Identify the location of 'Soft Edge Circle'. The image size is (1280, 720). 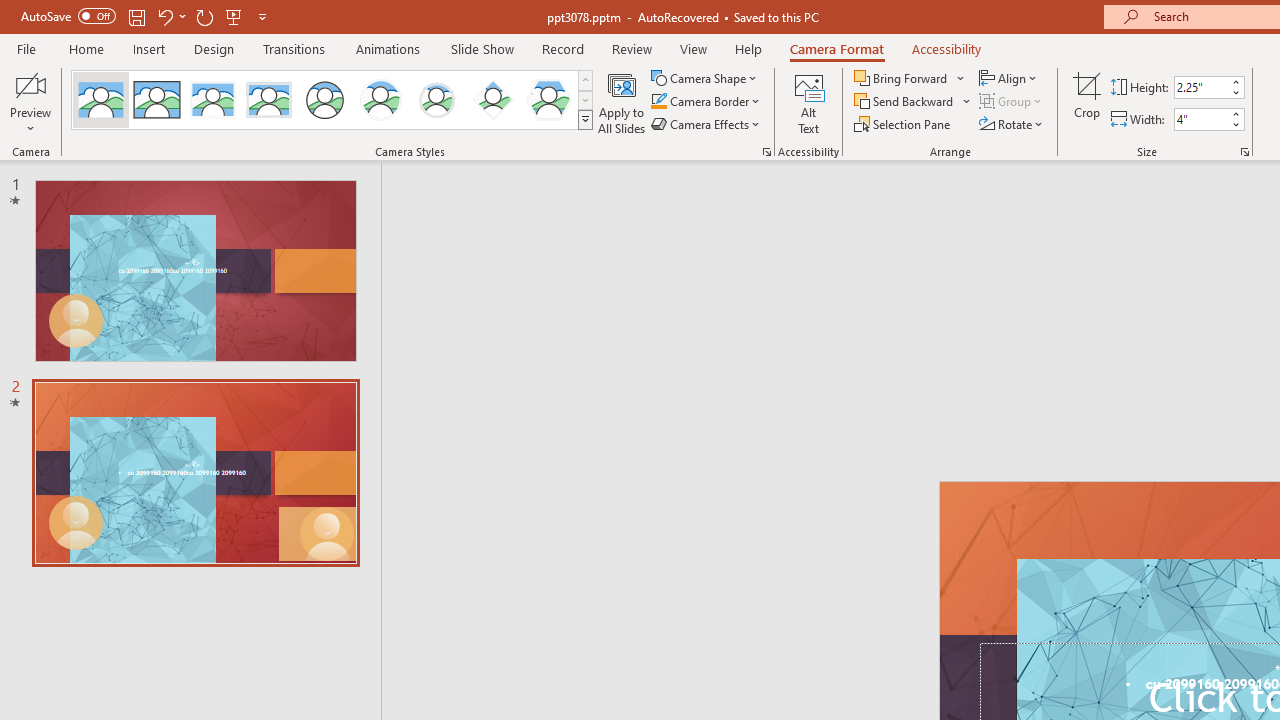
(436, 100).